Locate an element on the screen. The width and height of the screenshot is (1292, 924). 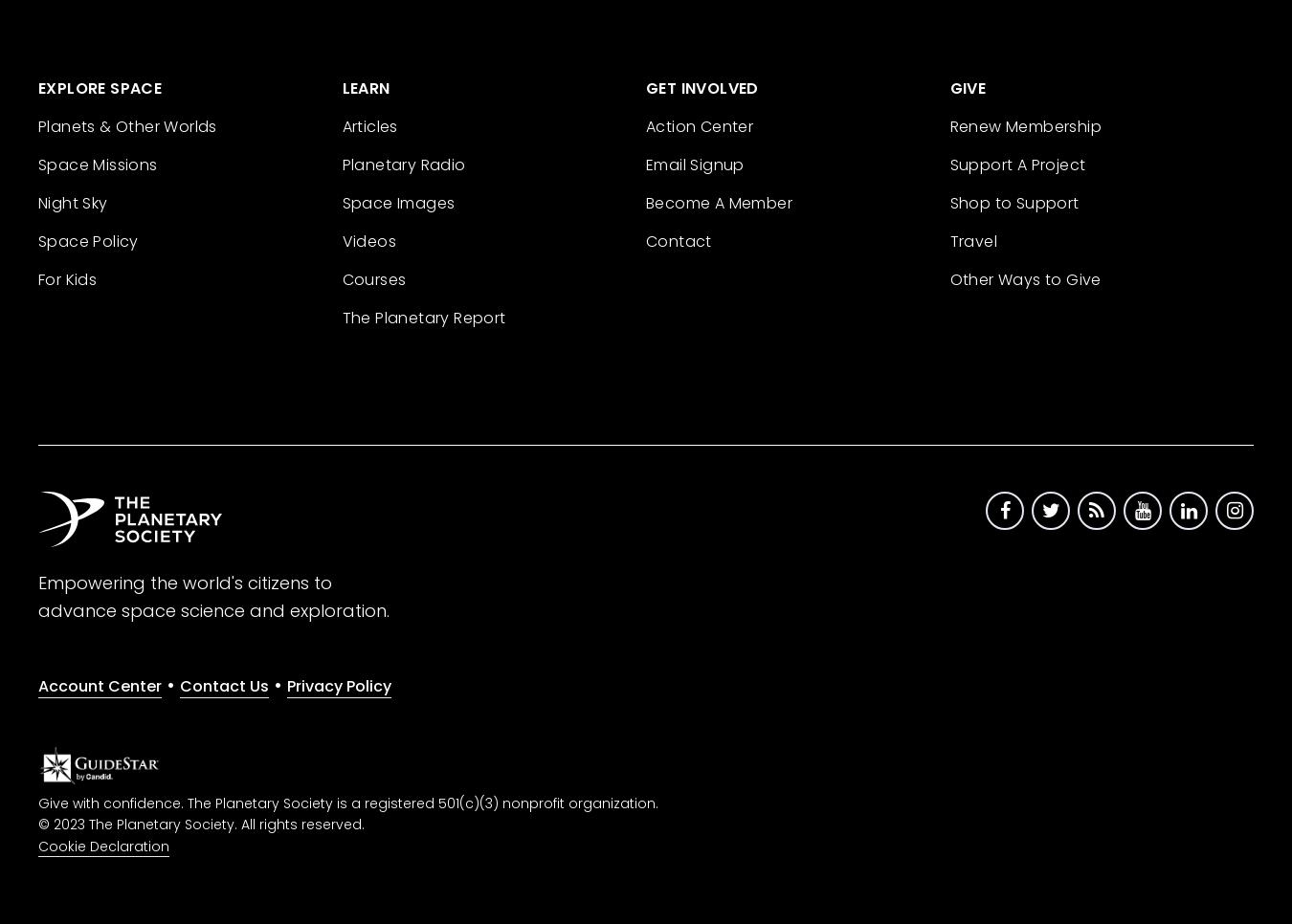
'Email Signup' is located at coordinates (694, 163).